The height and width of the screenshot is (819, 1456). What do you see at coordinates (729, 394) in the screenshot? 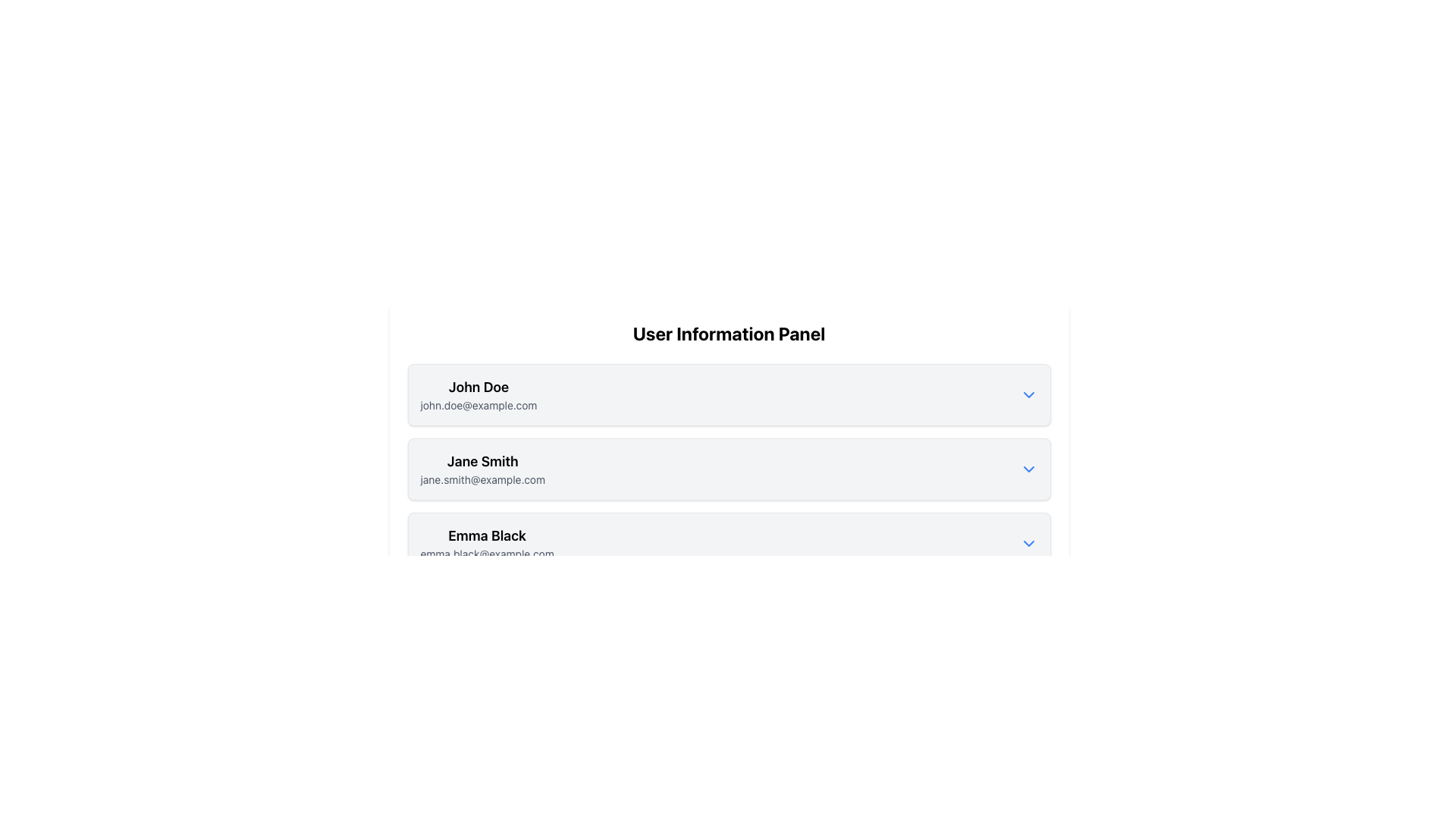
I see `the list item entry displaying 'John Doe' with an email of 'john.doe@example.com'` at bounding box center [729, 394].